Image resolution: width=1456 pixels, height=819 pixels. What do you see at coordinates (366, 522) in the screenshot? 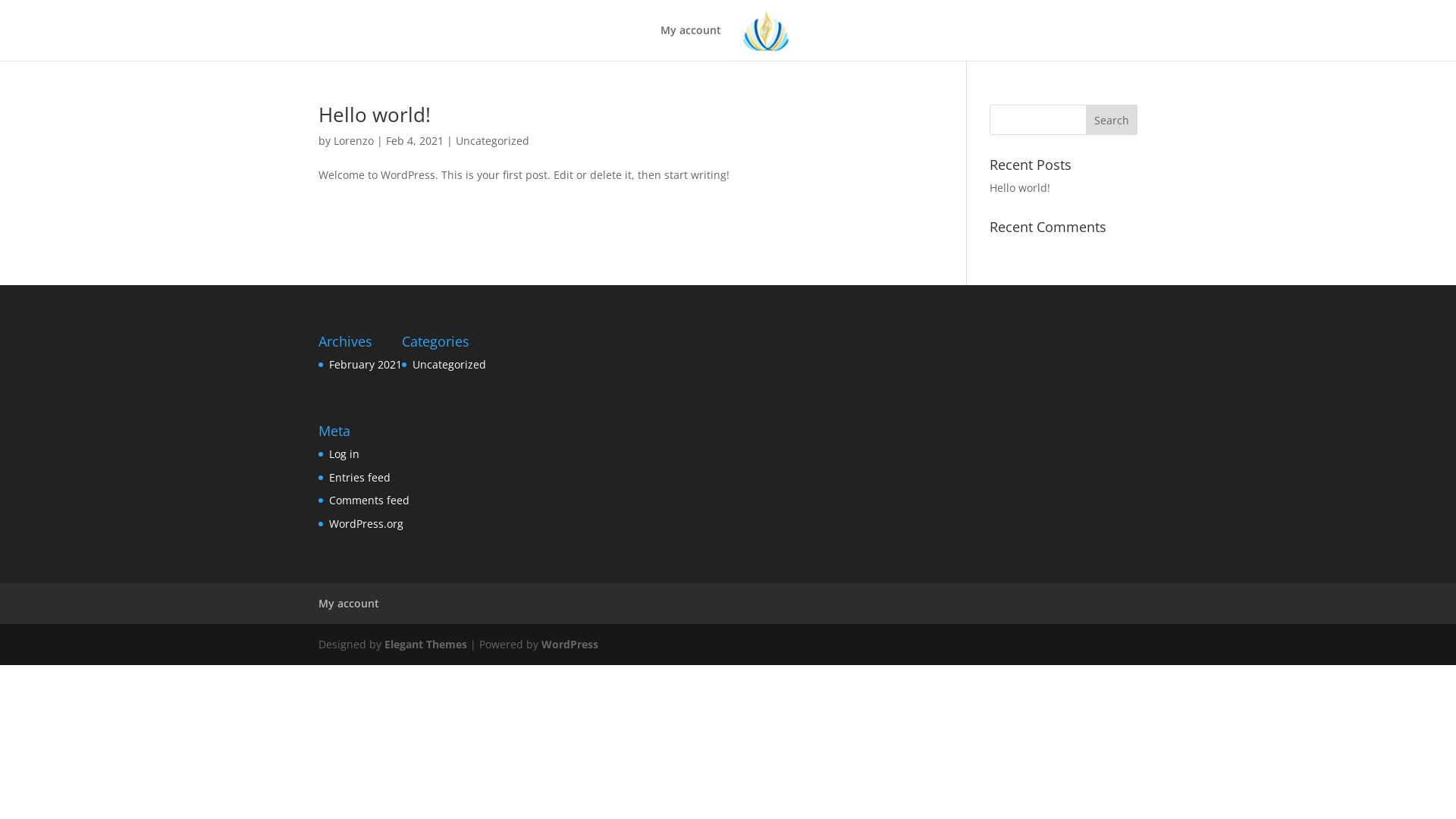
I see `'WordPress.org'` at bounding box center [366, 522].